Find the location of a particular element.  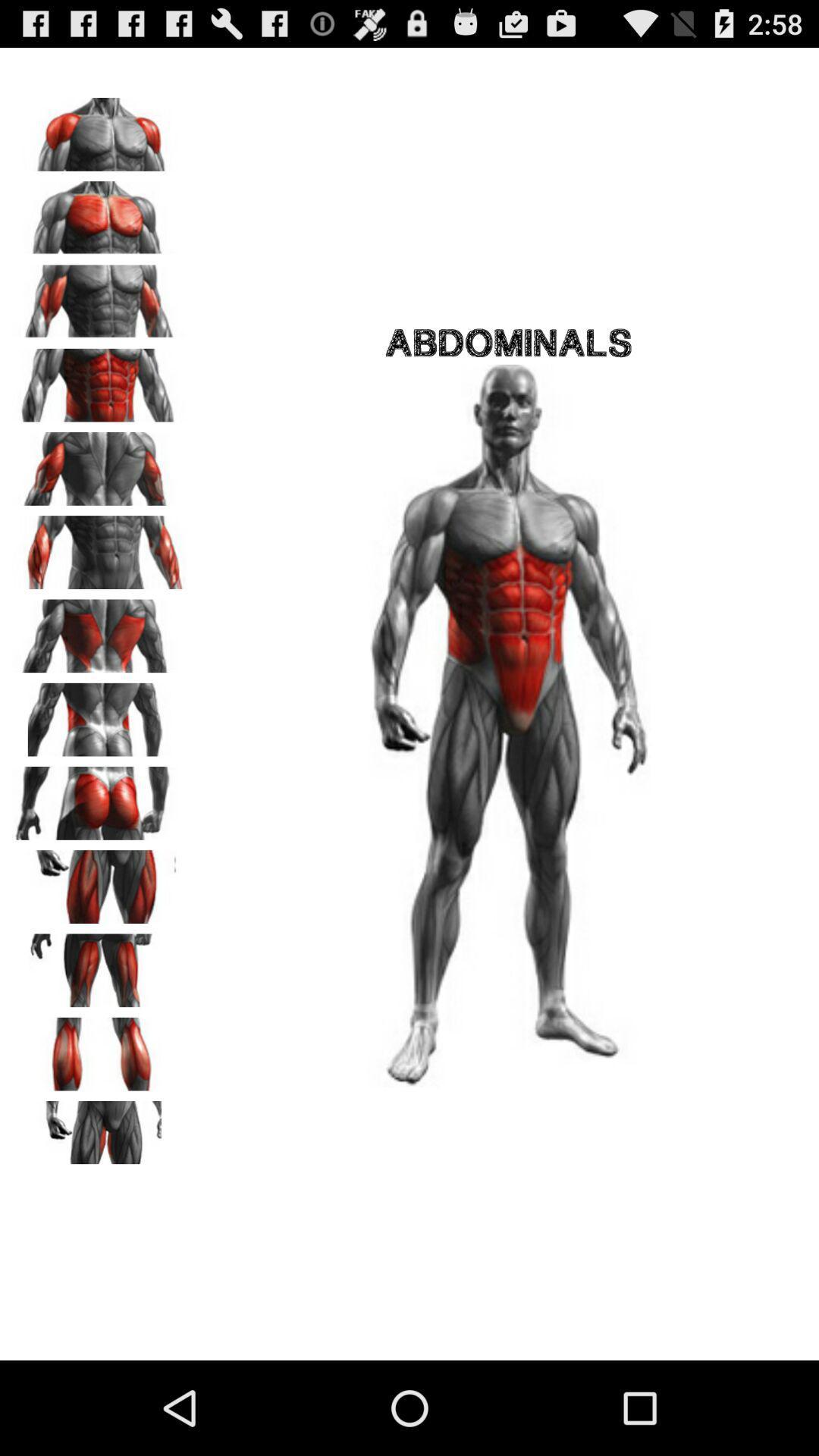

change the view is located at coordinates (99, 881).